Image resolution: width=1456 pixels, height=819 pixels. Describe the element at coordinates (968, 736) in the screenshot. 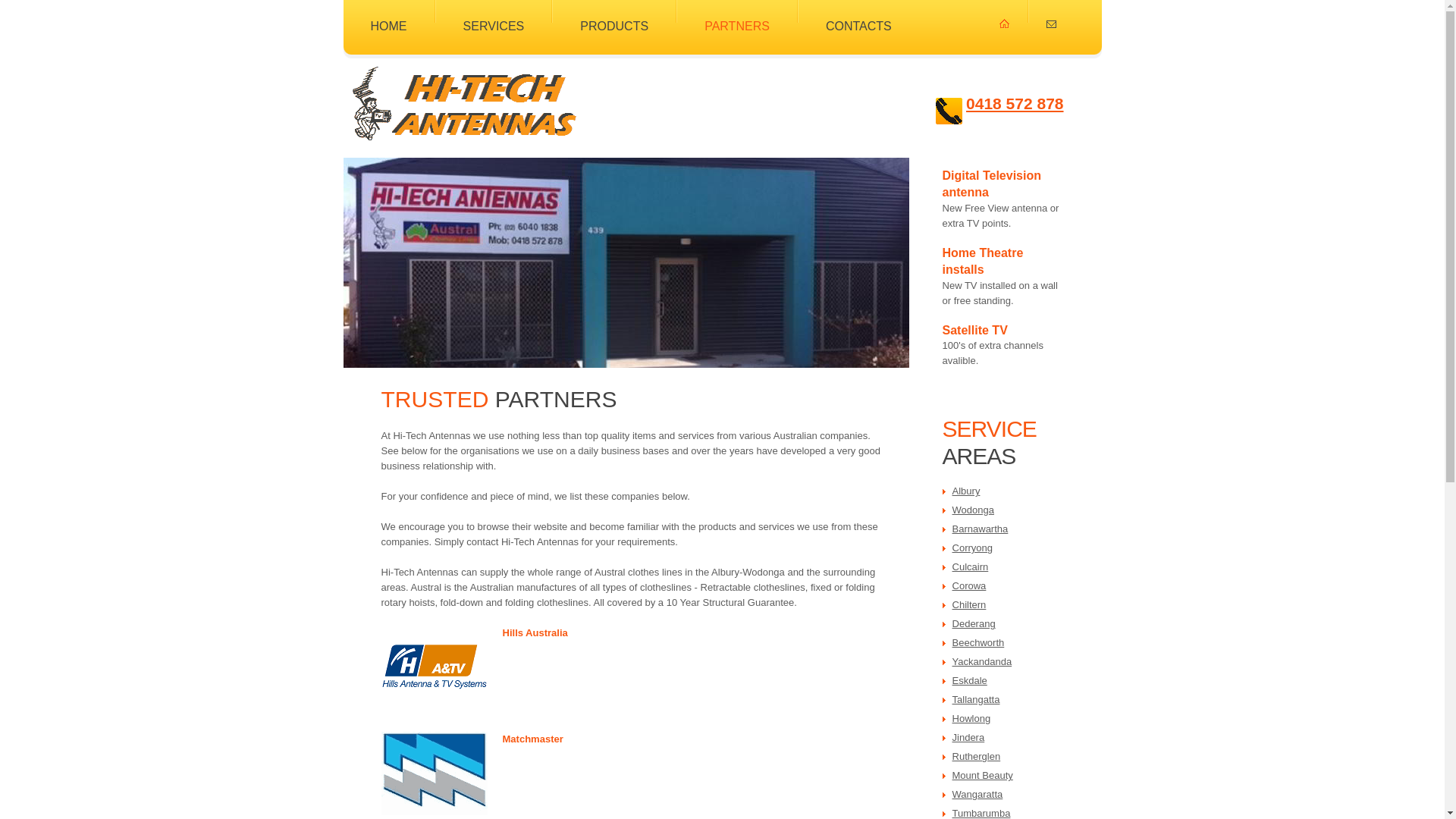

I see `'Jindera'` at that location.